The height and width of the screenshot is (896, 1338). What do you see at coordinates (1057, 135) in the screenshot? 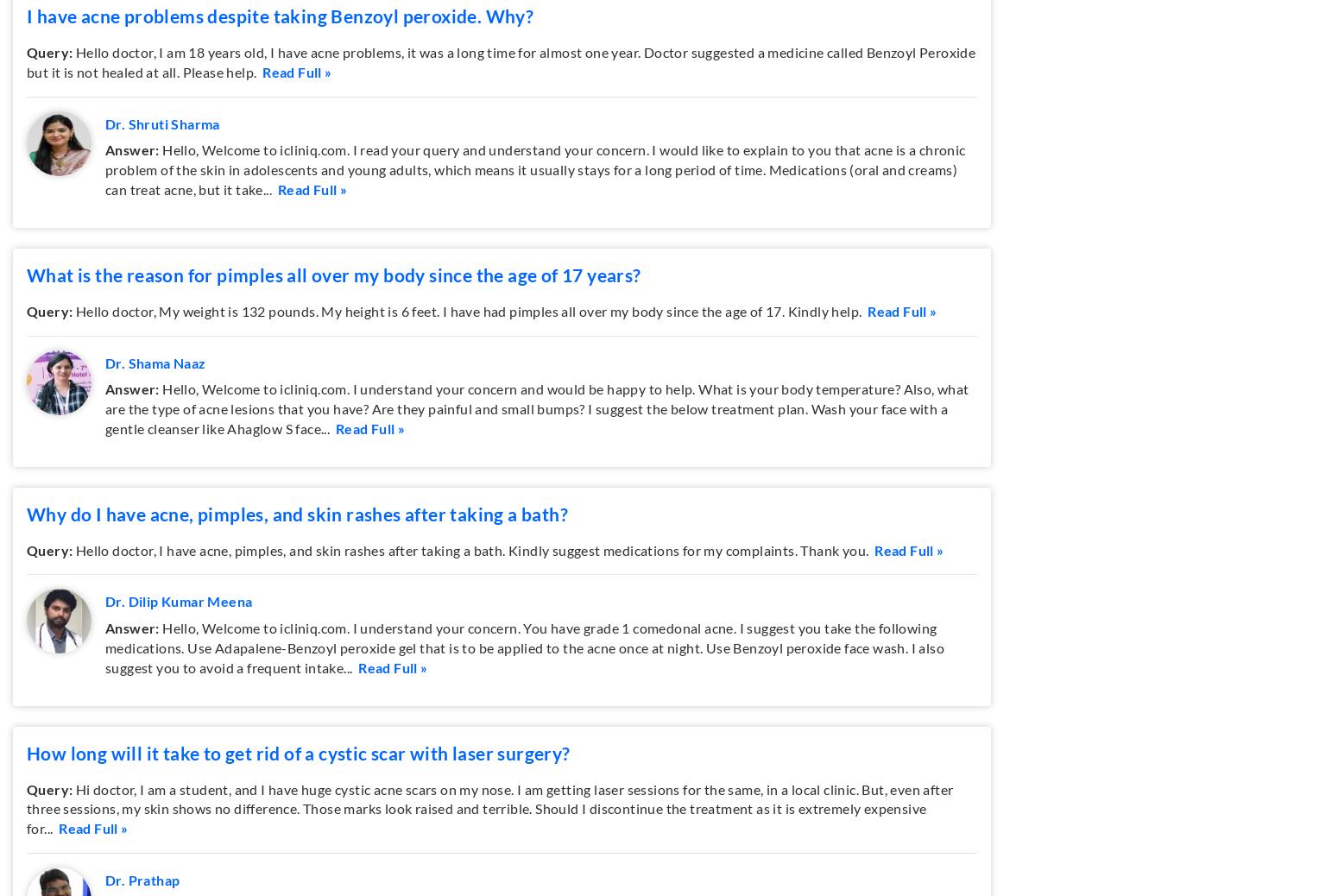
I see `'More...'` at bounding box center [1057, 135].